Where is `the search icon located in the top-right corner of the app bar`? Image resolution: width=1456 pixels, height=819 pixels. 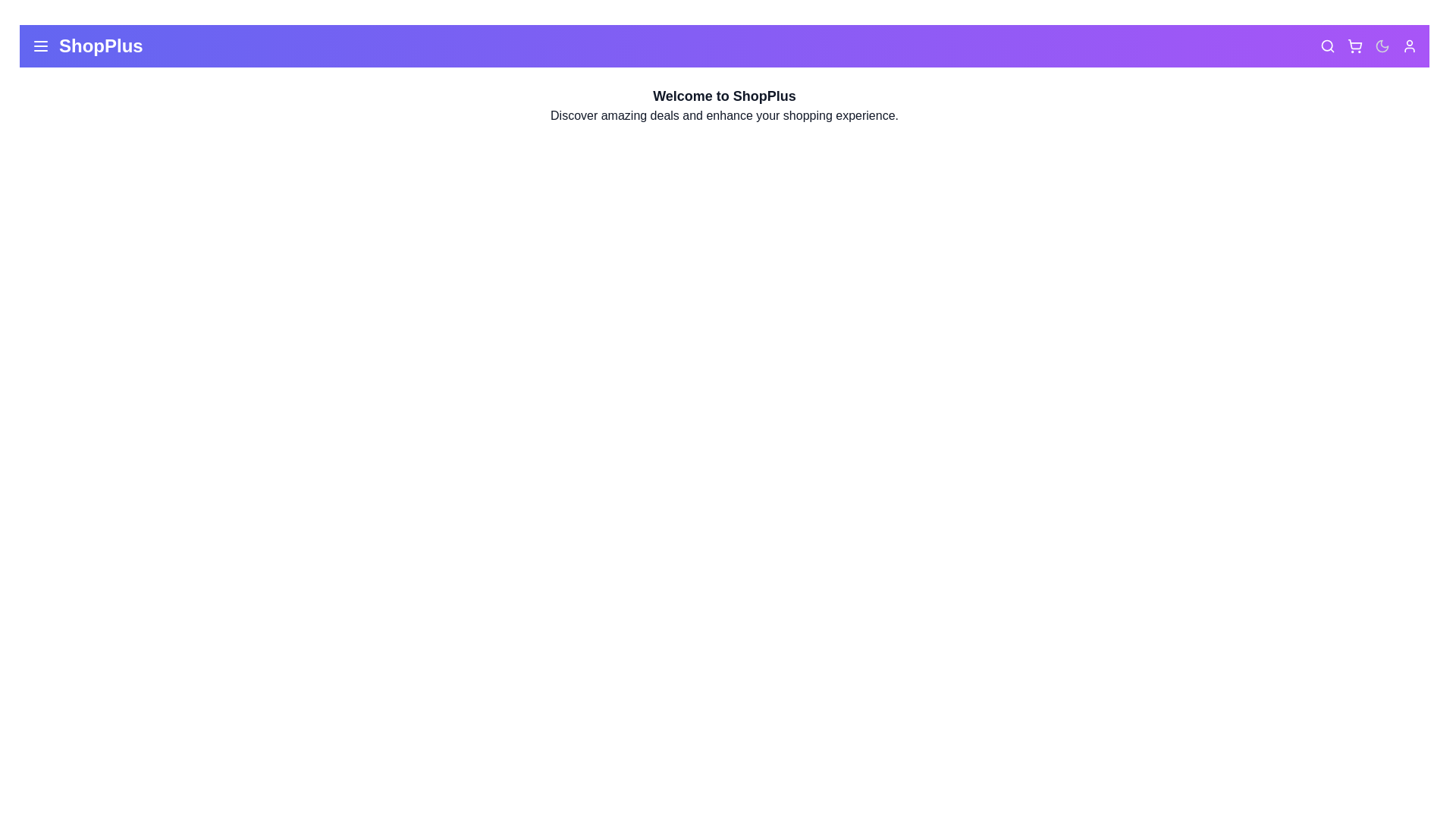
the search icon located in the top-right corner of the app bar is located at coordinates (1327, 45).